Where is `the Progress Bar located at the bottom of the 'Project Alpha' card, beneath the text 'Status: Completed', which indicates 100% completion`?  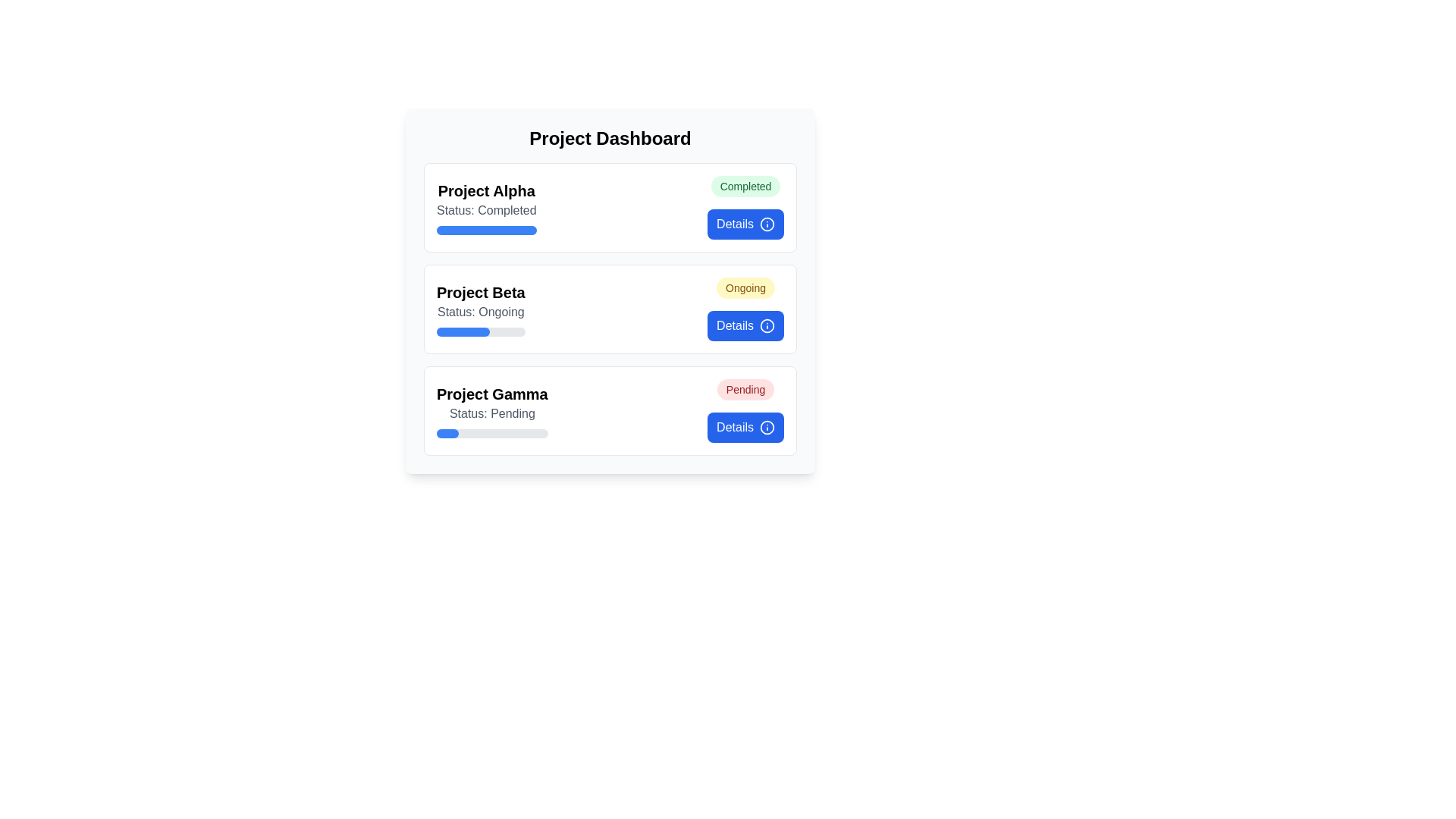 the Progress Bar located at the bottom of the 'Project Alpha' card, beneath the text 'Status: Completed', which indicates 100% completion is located at coordinates (486, 231).